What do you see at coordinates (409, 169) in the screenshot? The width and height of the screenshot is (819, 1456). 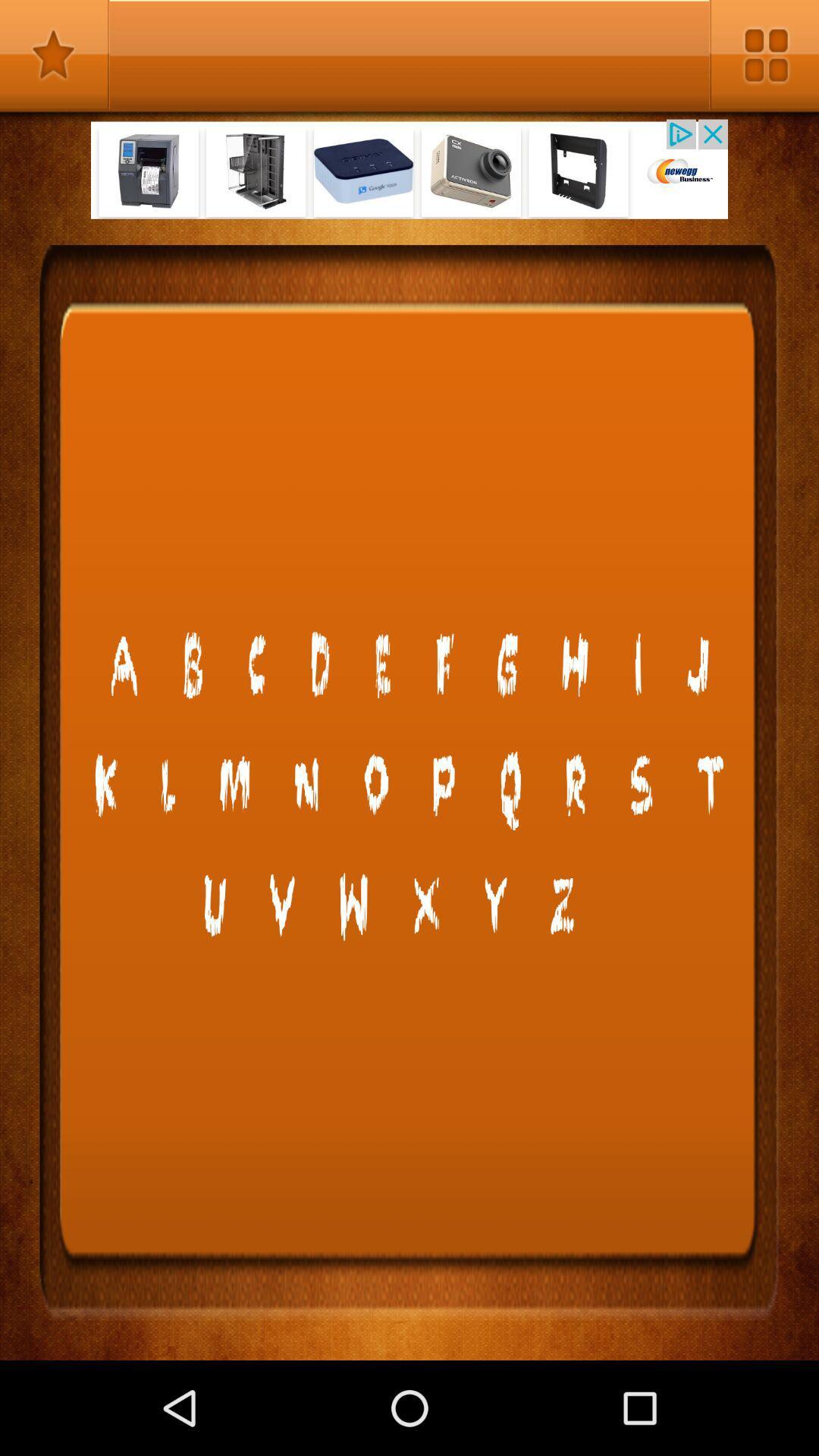 I see `advertisement` at bounding box center [409, 169].